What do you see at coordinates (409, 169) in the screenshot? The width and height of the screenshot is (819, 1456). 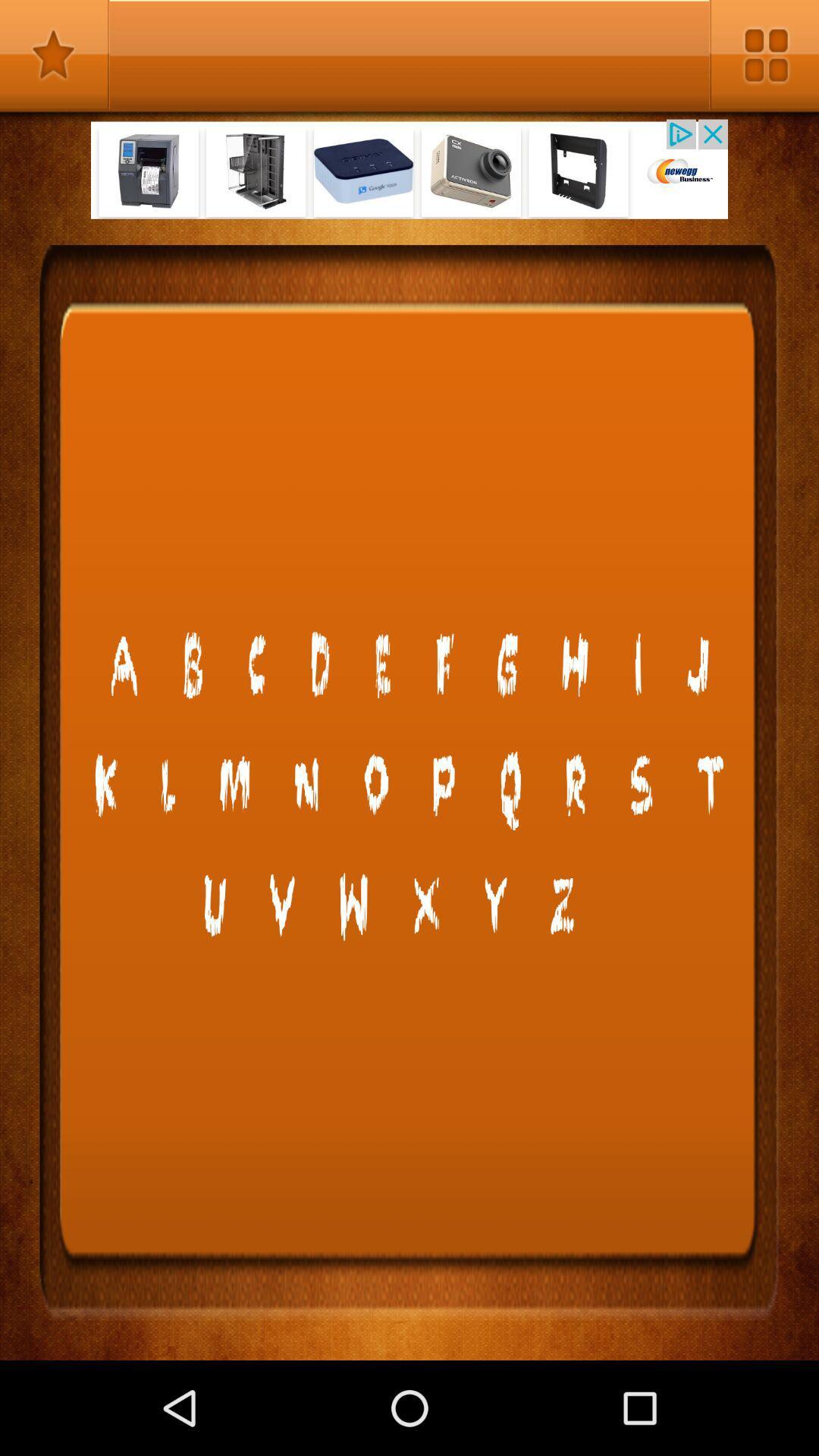 I see `advertisement` at bounding box center [409, 169].